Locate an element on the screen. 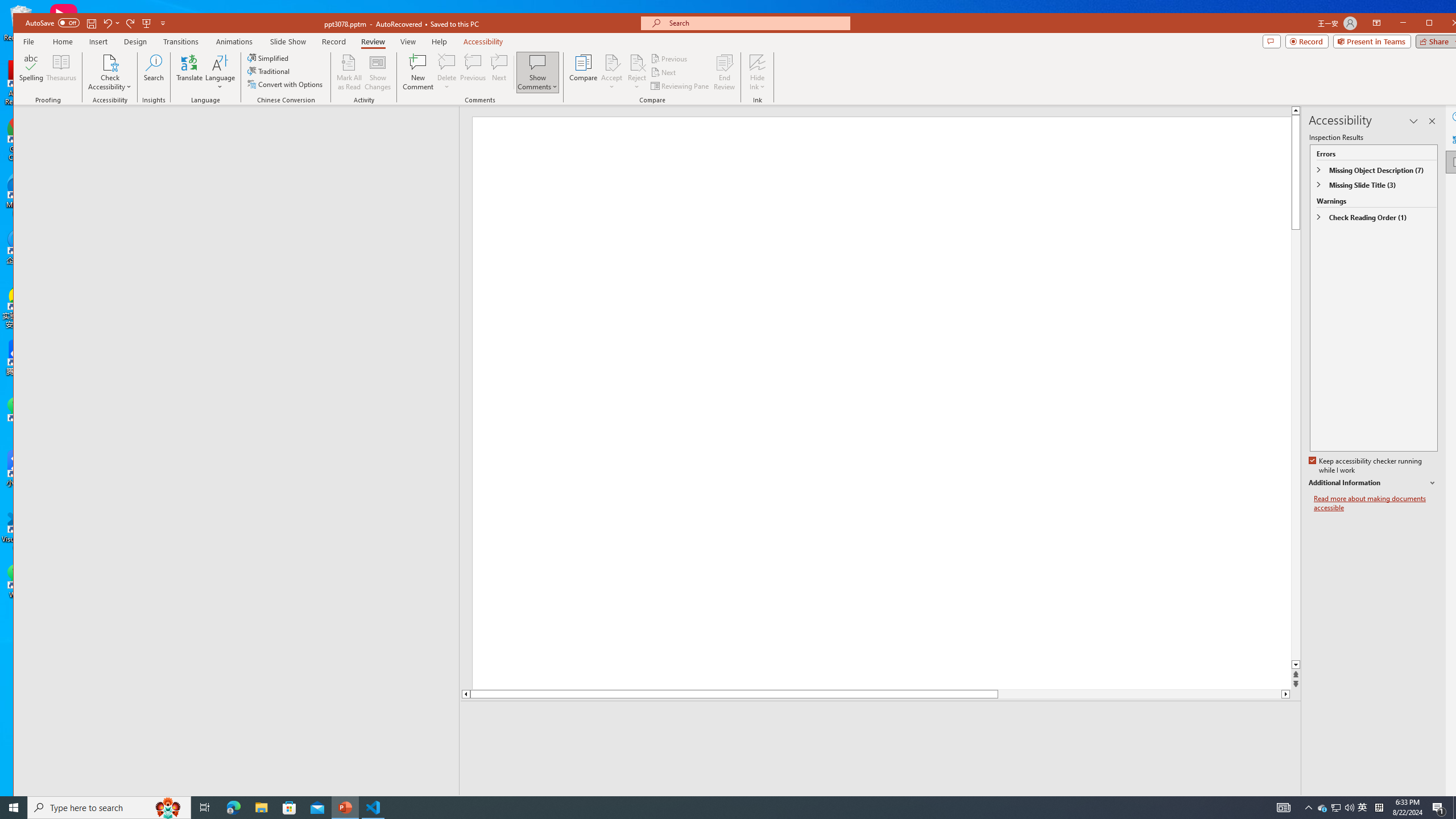 The height and width of the screenshot is (819, 1456). 'Traditional' is located at coordinates (269, 71).